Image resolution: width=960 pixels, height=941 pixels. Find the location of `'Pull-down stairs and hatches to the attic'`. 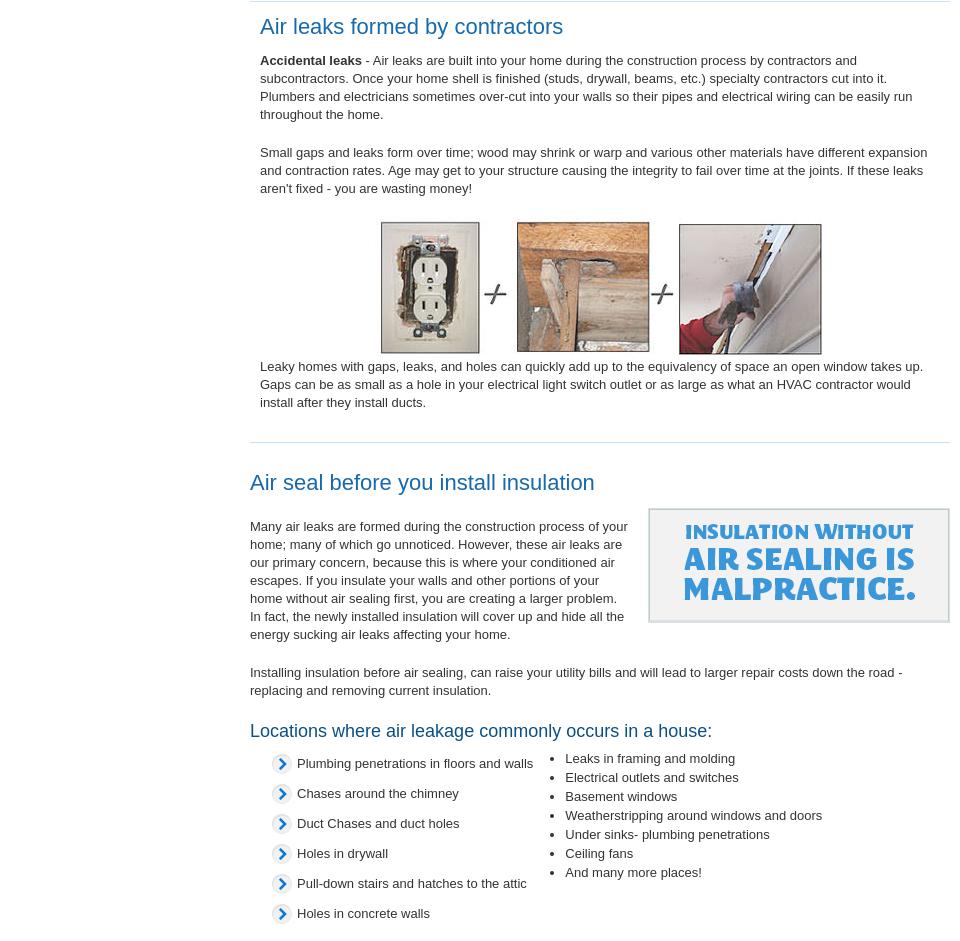

'Pull-down stairs and hatches to the attic' is located at coordinates (410, 883).